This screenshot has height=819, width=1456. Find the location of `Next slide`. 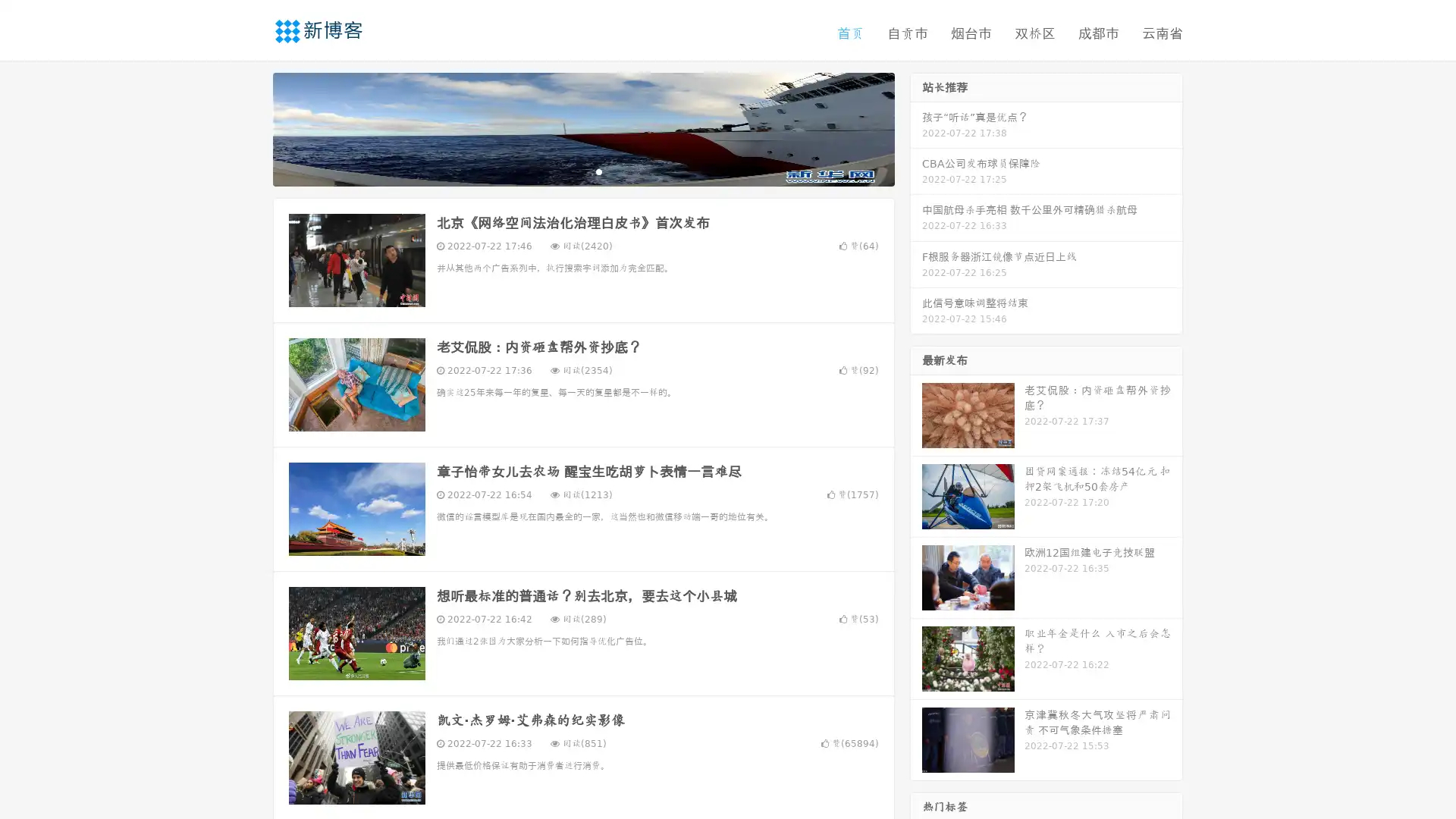

Next slide is located at coordinates (916, 127).